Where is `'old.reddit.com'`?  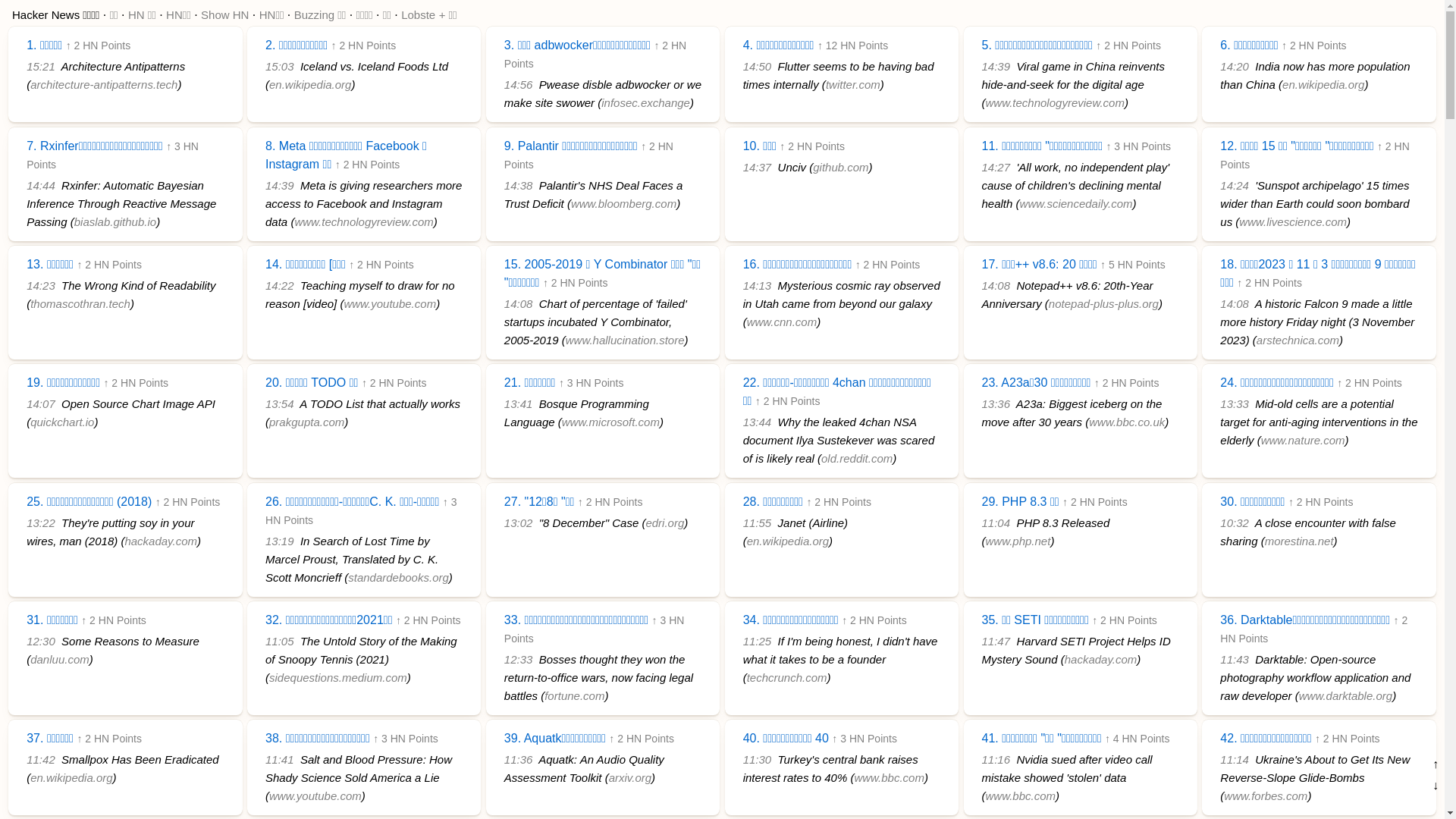 'old.reddit.com' is located at coordinates (821, 457).